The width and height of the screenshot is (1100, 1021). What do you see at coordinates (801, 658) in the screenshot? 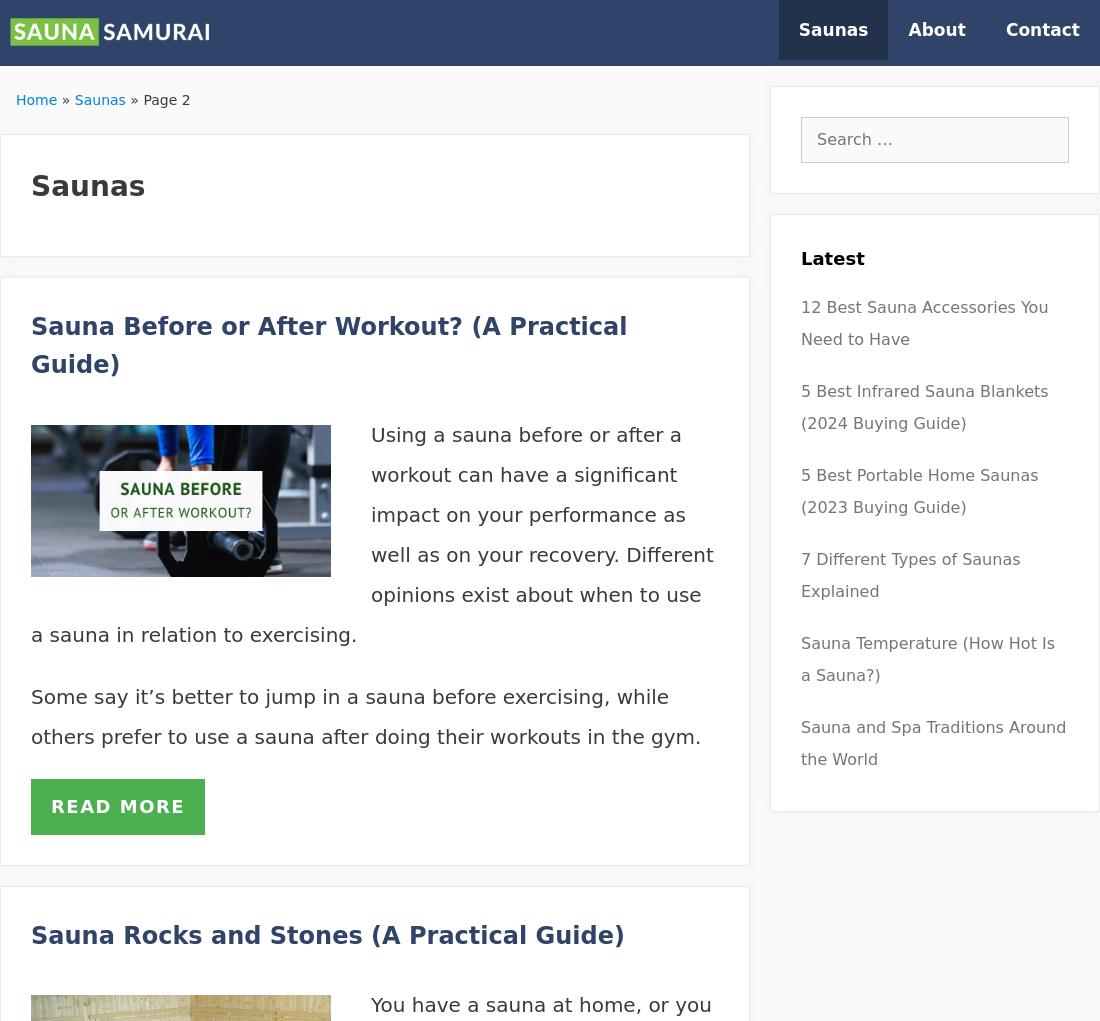
I see `'Sauna Temperature (How Hot Is a Sauna?)'` at bounding box center [801, 658].